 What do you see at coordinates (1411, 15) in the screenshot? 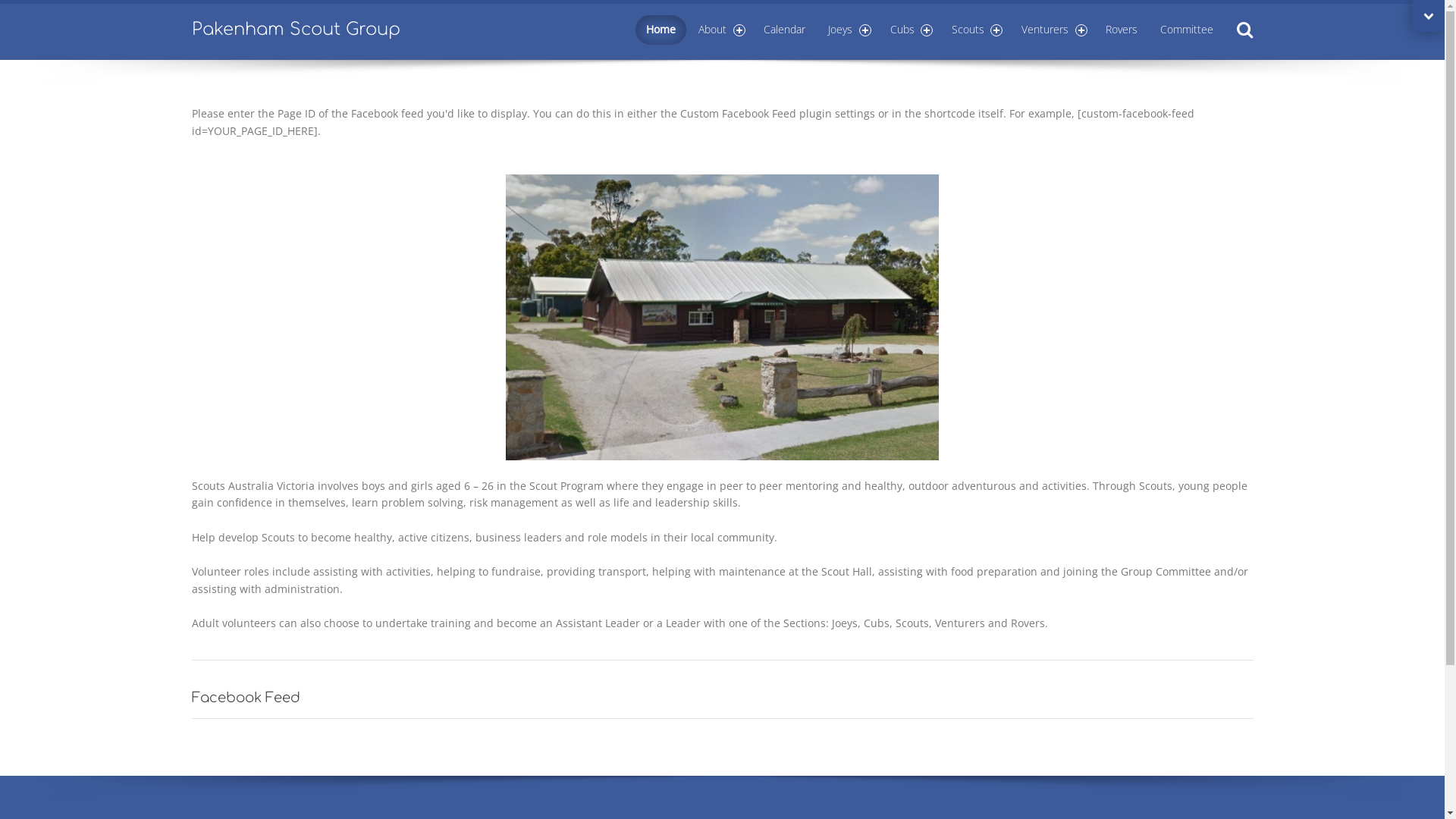
I see `'Open extra topbar'` at bounding box center [1411, 15].